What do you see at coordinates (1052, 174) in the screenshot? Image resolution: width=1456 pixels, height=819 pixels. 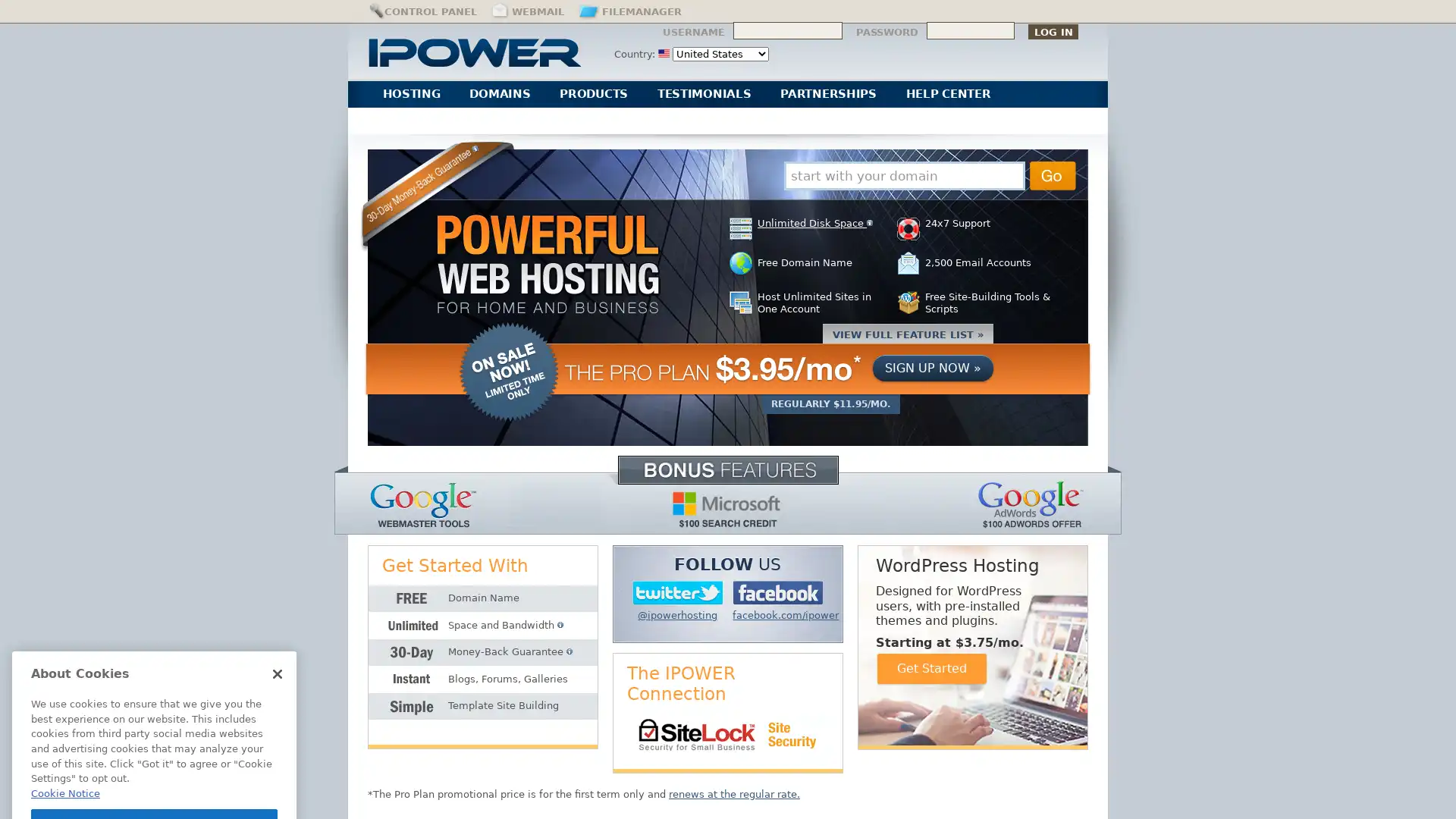 I see `Go` at bounding box center [1052, 174].